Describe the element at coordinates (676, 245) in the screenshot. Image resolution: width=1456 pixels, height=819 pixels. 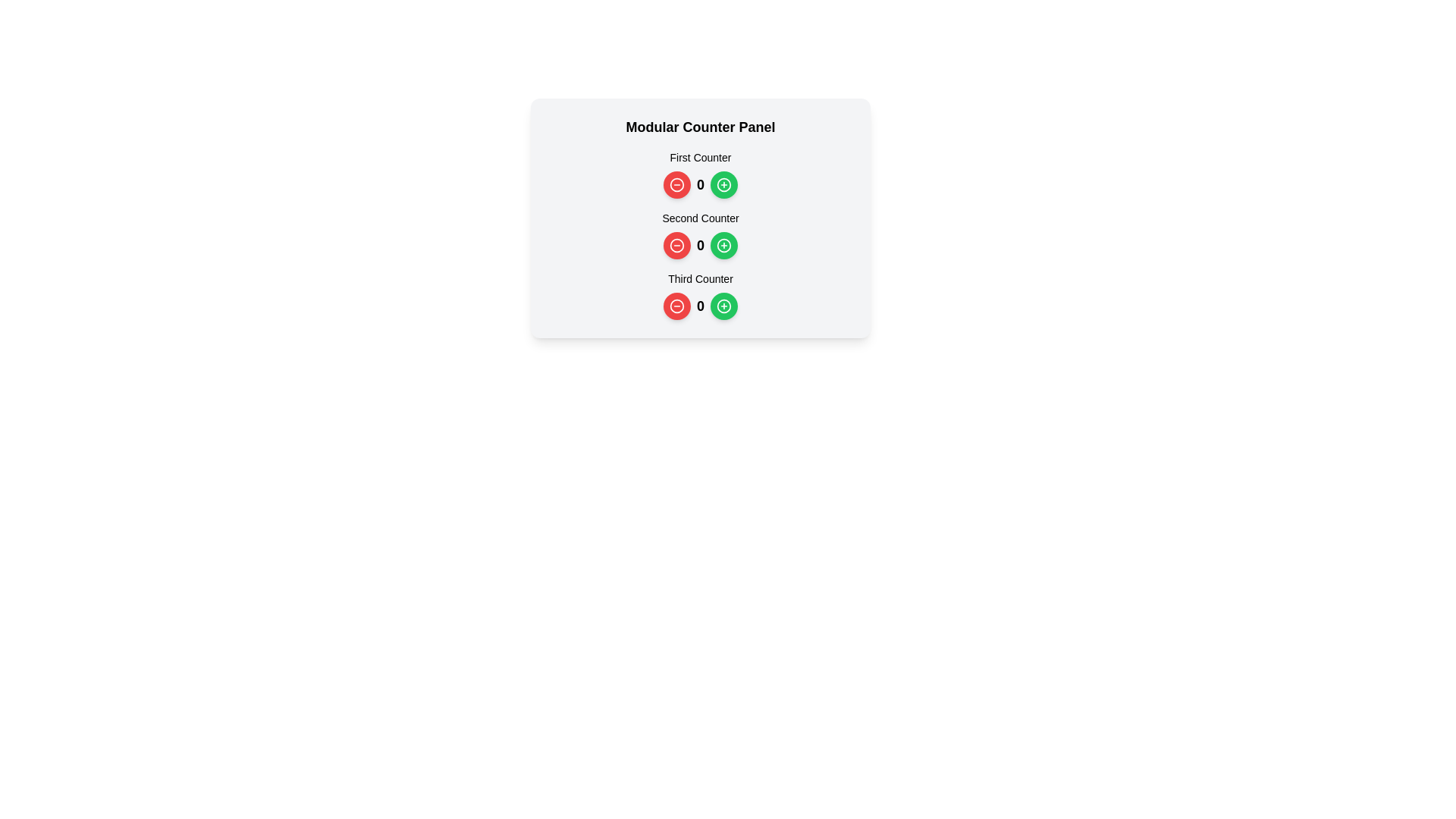
I see `the circular decrement button with a white border on a red background, located to the left of the numerical counter in the second row of the modular counter panel` at that location.